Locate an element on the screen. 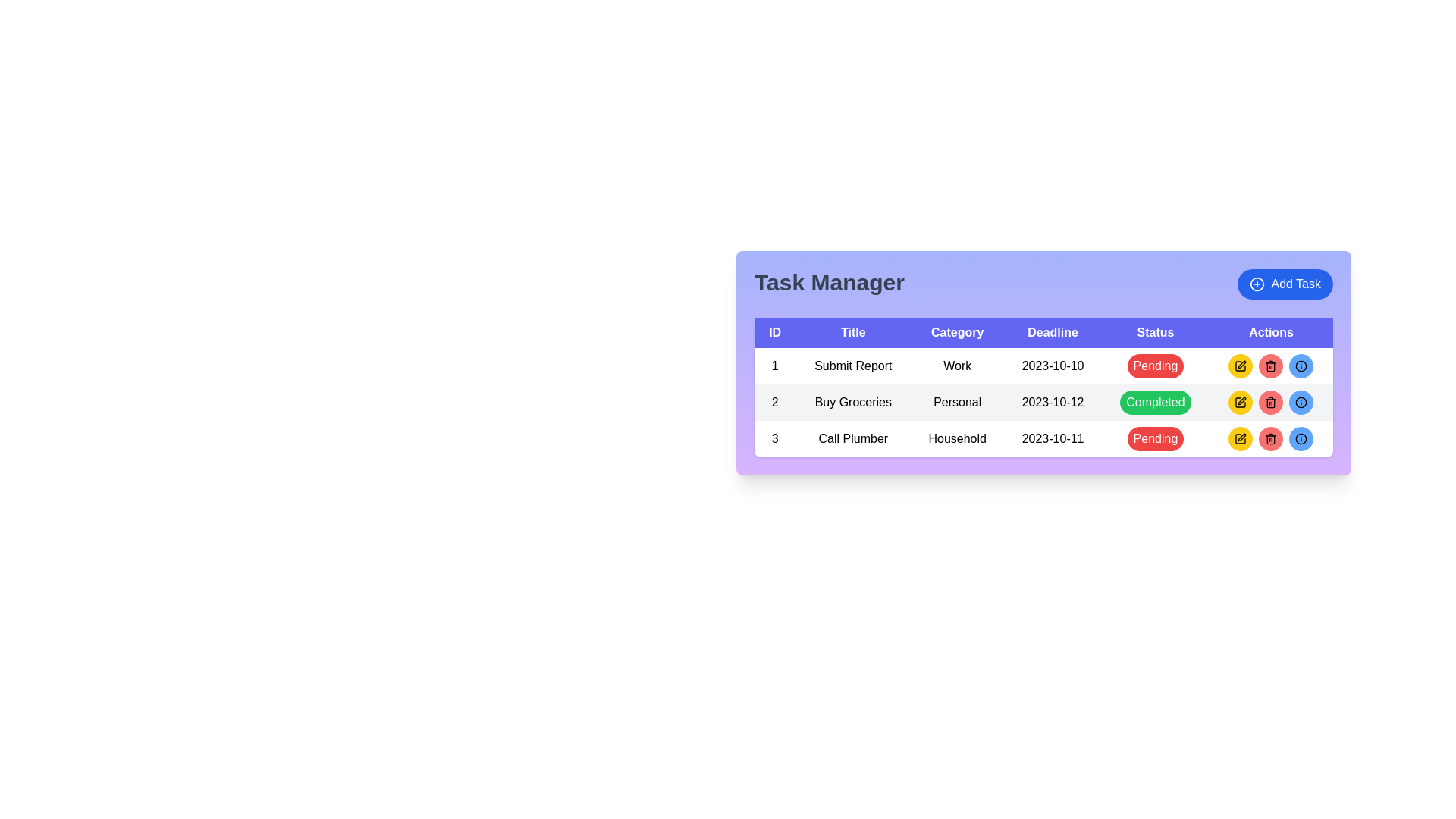 The image size is (1456, 819). the edit icon in the 'Actions' column for the first task labeled 'Submit Report' to initiate the edit action is located at coordinates (1241, 402).